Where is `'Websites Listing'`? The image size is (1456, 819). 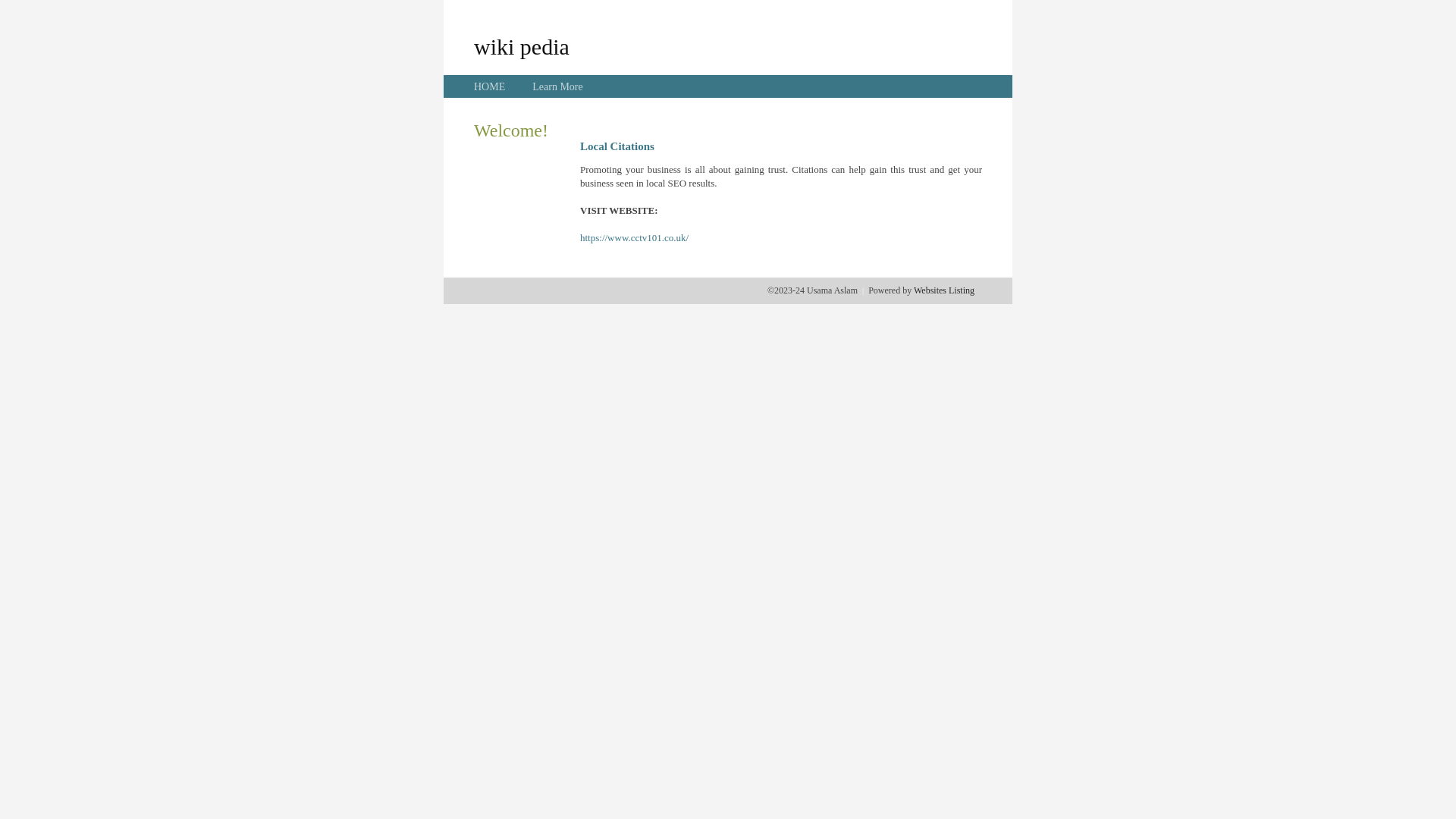 'Websites Listing' is located at coordinates (943, 290).